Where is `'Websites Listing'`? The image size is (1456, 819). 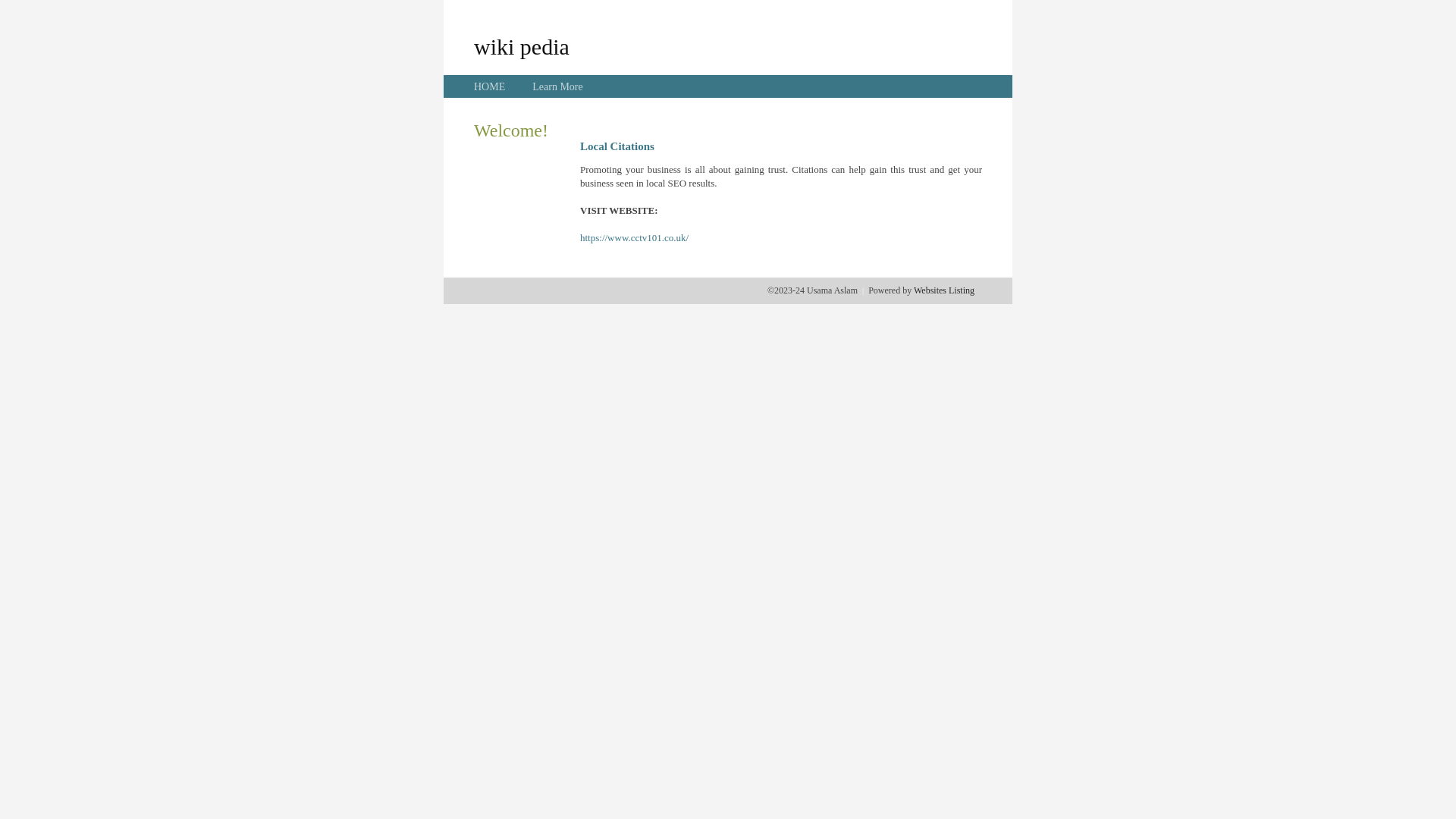 'Websites Listing' is located at coordinates (943, 290).